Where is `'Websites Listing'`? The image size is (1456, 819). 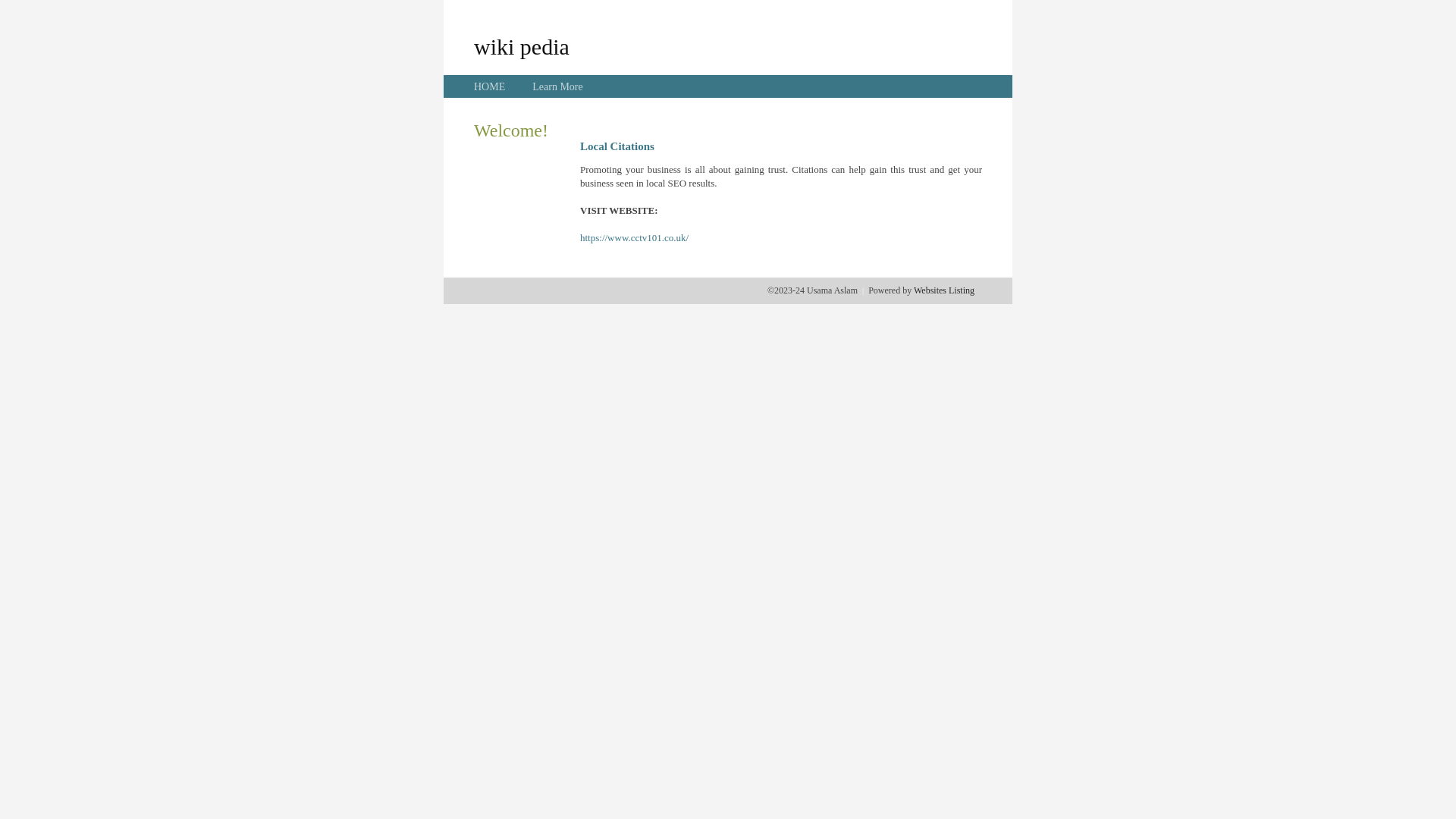 'Websites Listing' is located at coordinates (943, 290).